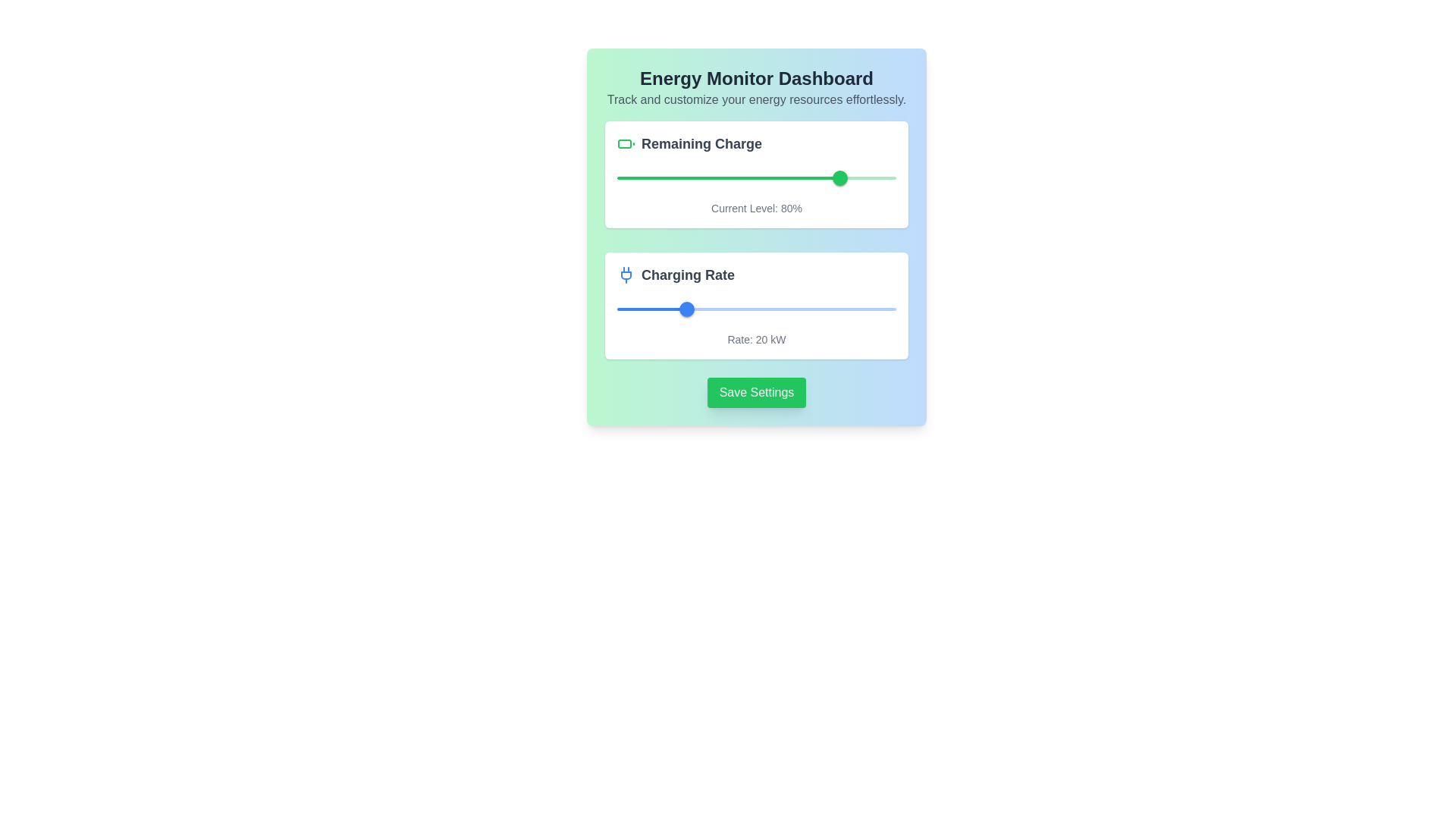 The width and height of the screenshot is (1456, 819). I want to click on the battery icon located at the top-left of the 'Remaining Charge' section, preceding the text title 'Remaining Charge', so click(626, 143).